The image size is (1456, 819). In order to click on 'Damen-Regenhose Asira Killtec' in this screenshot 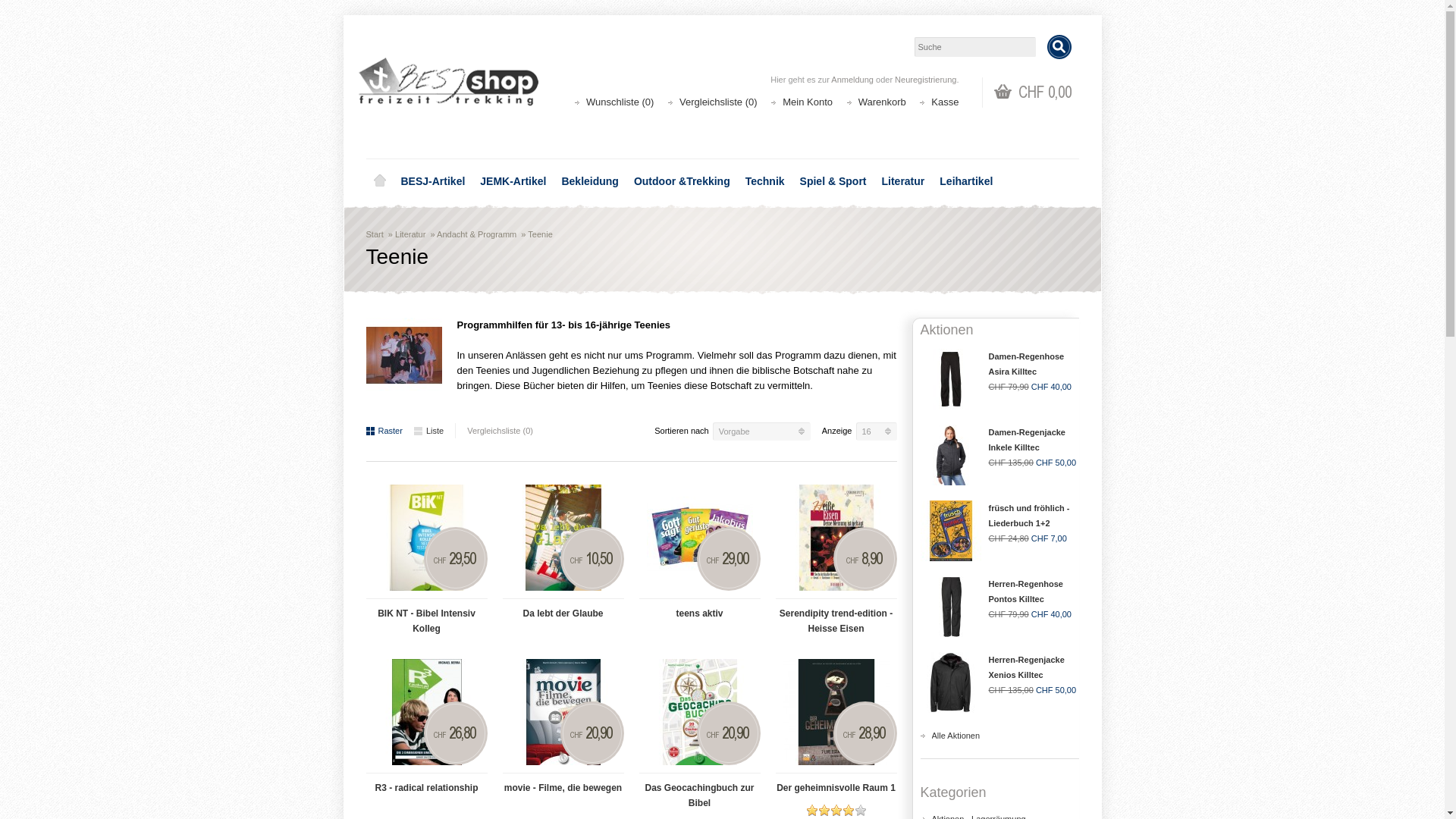, I will do `click(1026, 363)`.